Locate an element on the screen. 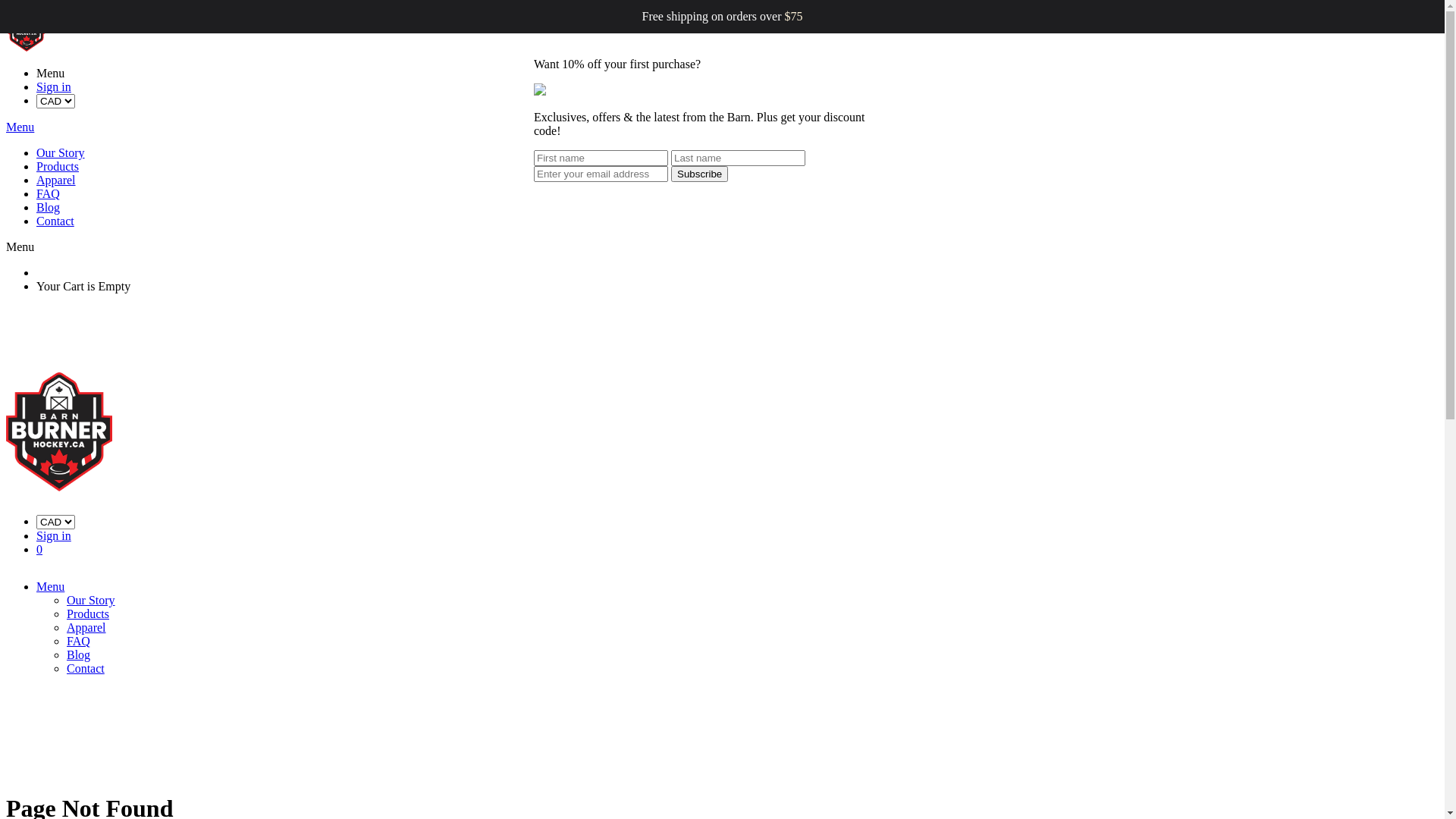 The width and height of the screenshot is (1456, 819). 'Apparel' is located at coordinates (55, 179).